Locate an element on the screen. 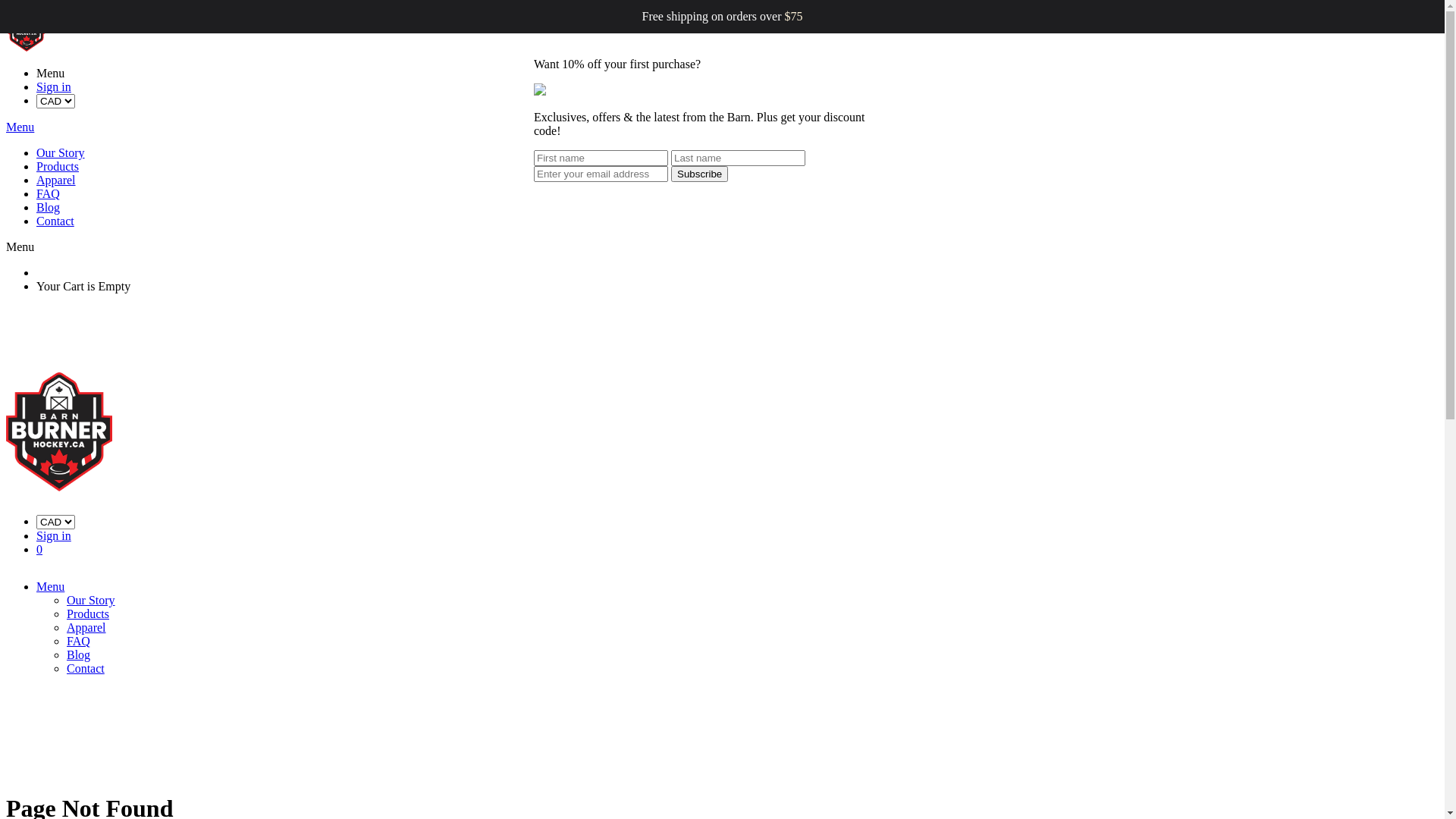 The width and height of the screenshot is (1456, 819). 'Apparel' is located at coordinates (55, 179).